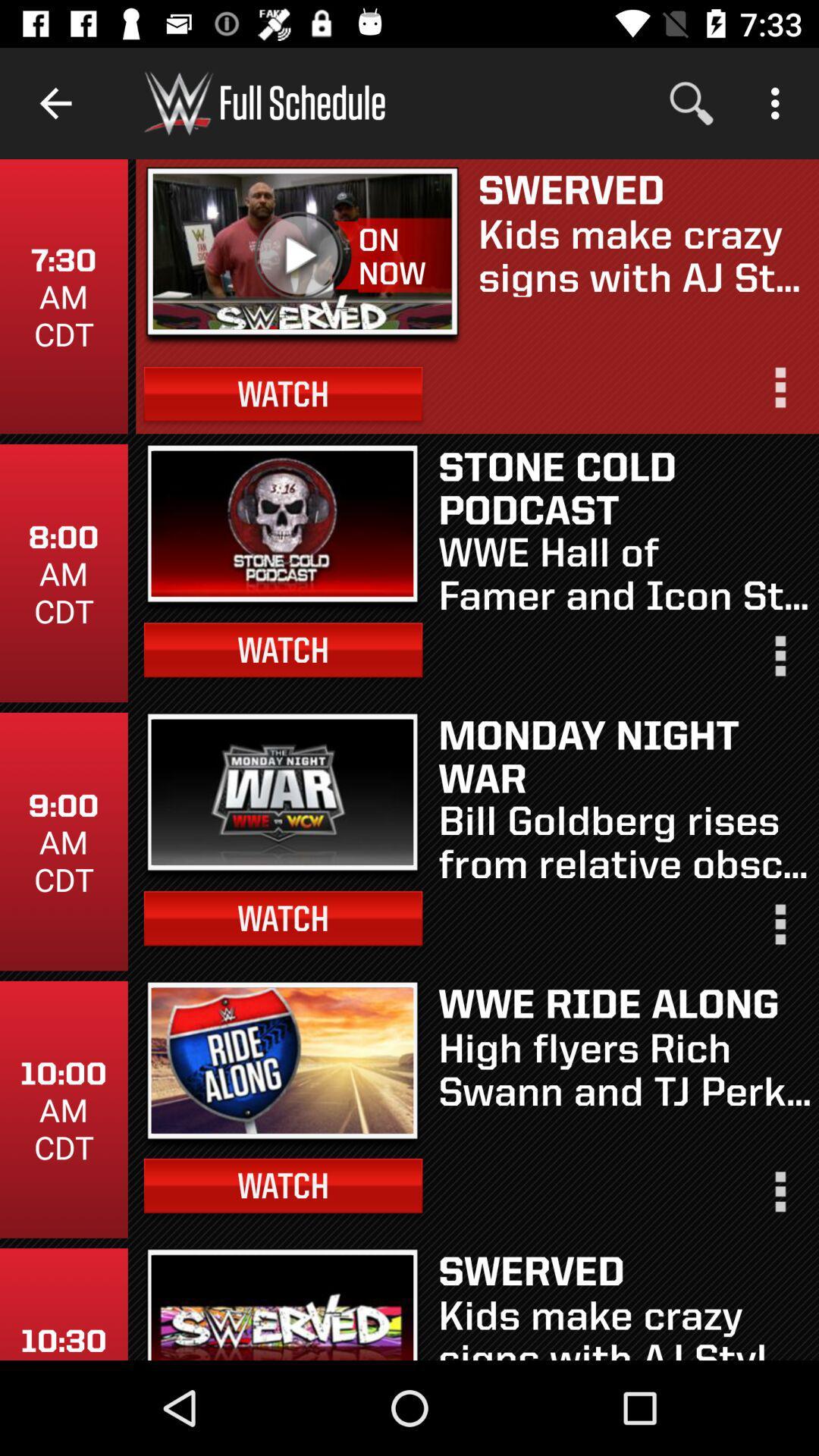  What do you see at coordinates (779, 662) in the screenshot?
I see `bring up options` at bounding box center [779, 662].